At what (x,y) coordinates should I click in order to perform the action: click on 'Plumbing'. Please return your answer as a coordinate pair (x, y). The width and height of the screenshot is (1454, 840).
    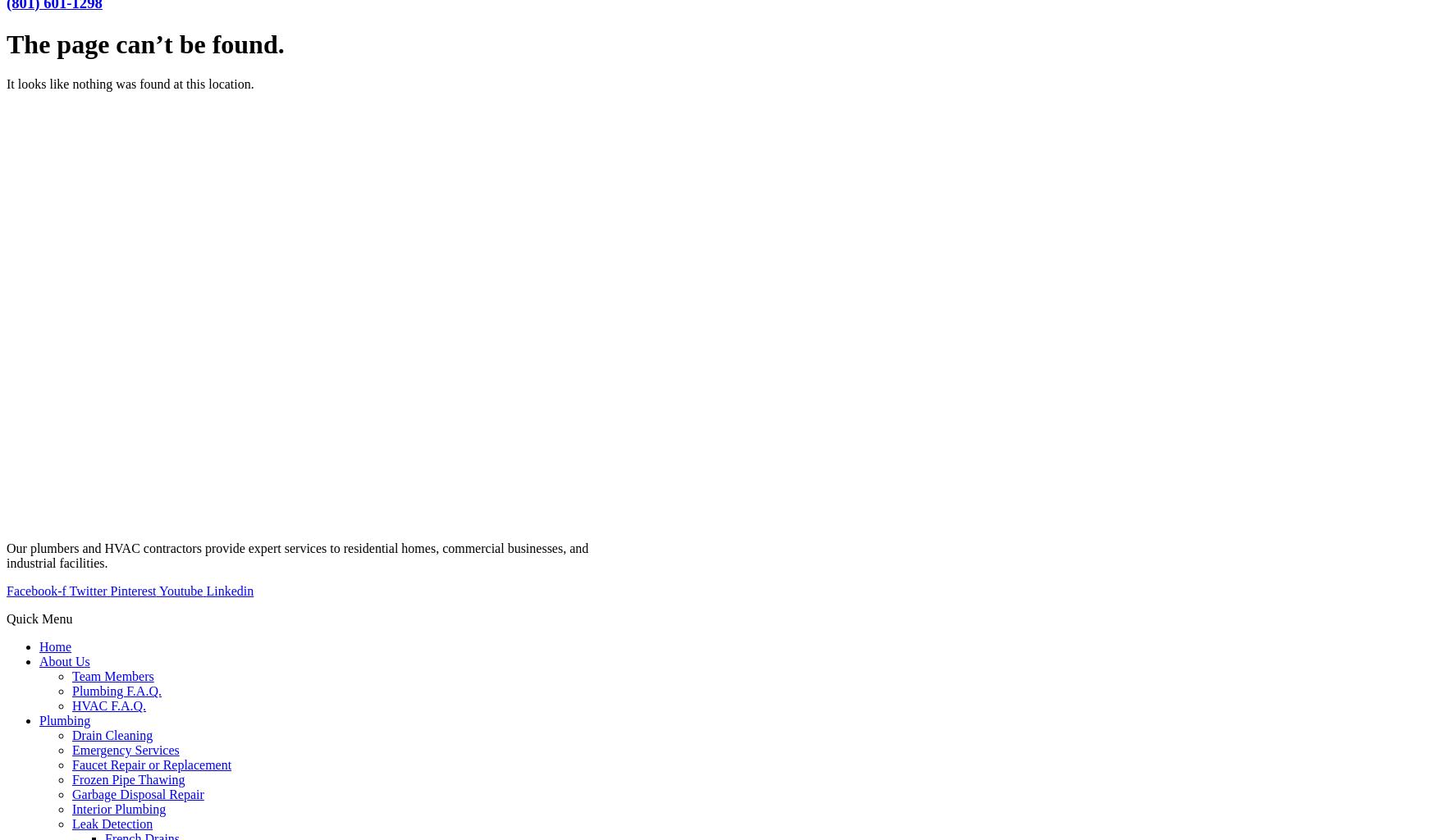
    Looking at the image, I should click on (39, 720).